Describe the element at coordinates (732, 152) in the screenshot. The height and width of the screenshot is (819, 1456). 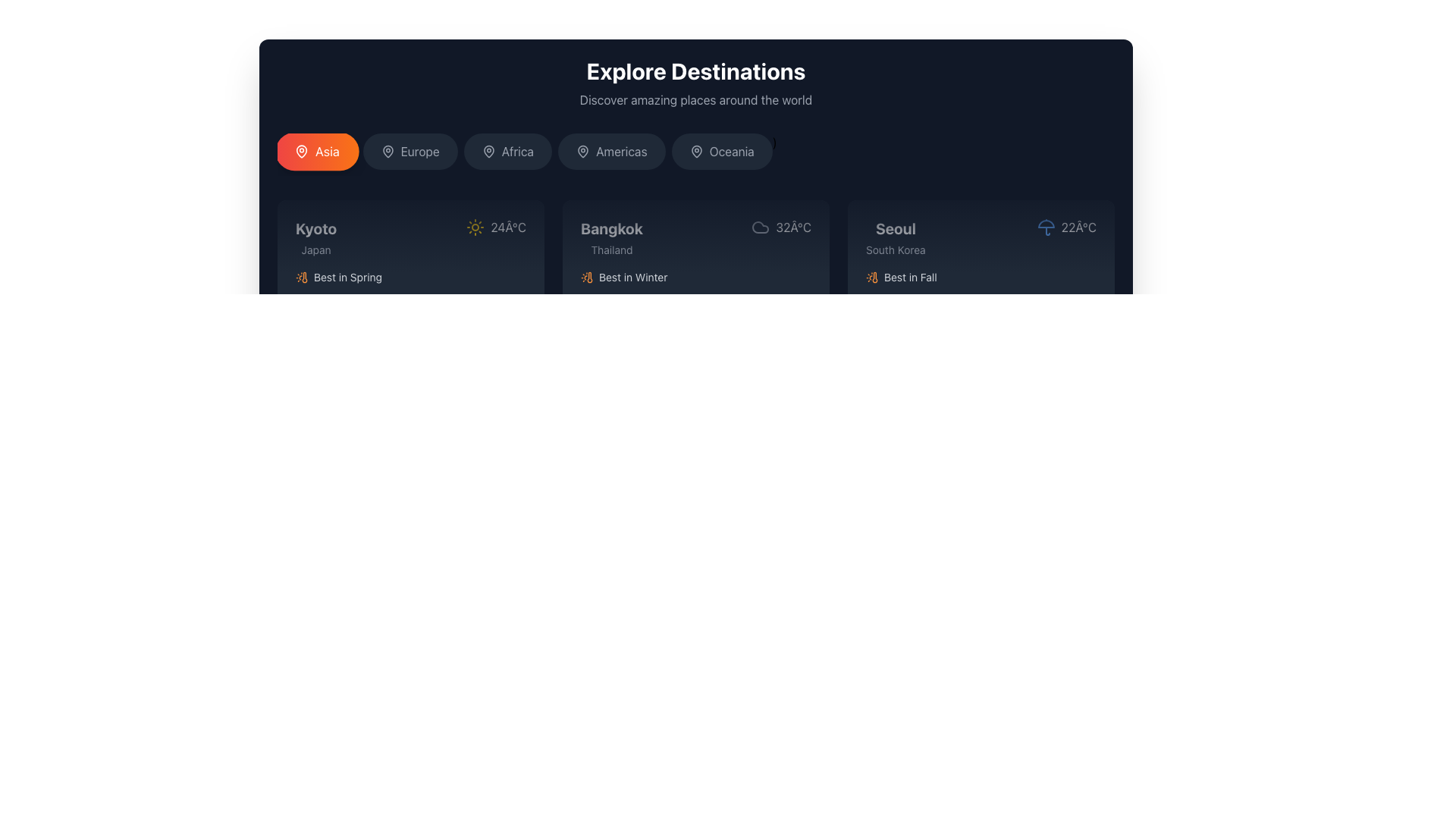
I see `the 'Oceania' button, which is the fifth button in the continent-selection group located beneath the 'Explore Destinations' heading` at that location.